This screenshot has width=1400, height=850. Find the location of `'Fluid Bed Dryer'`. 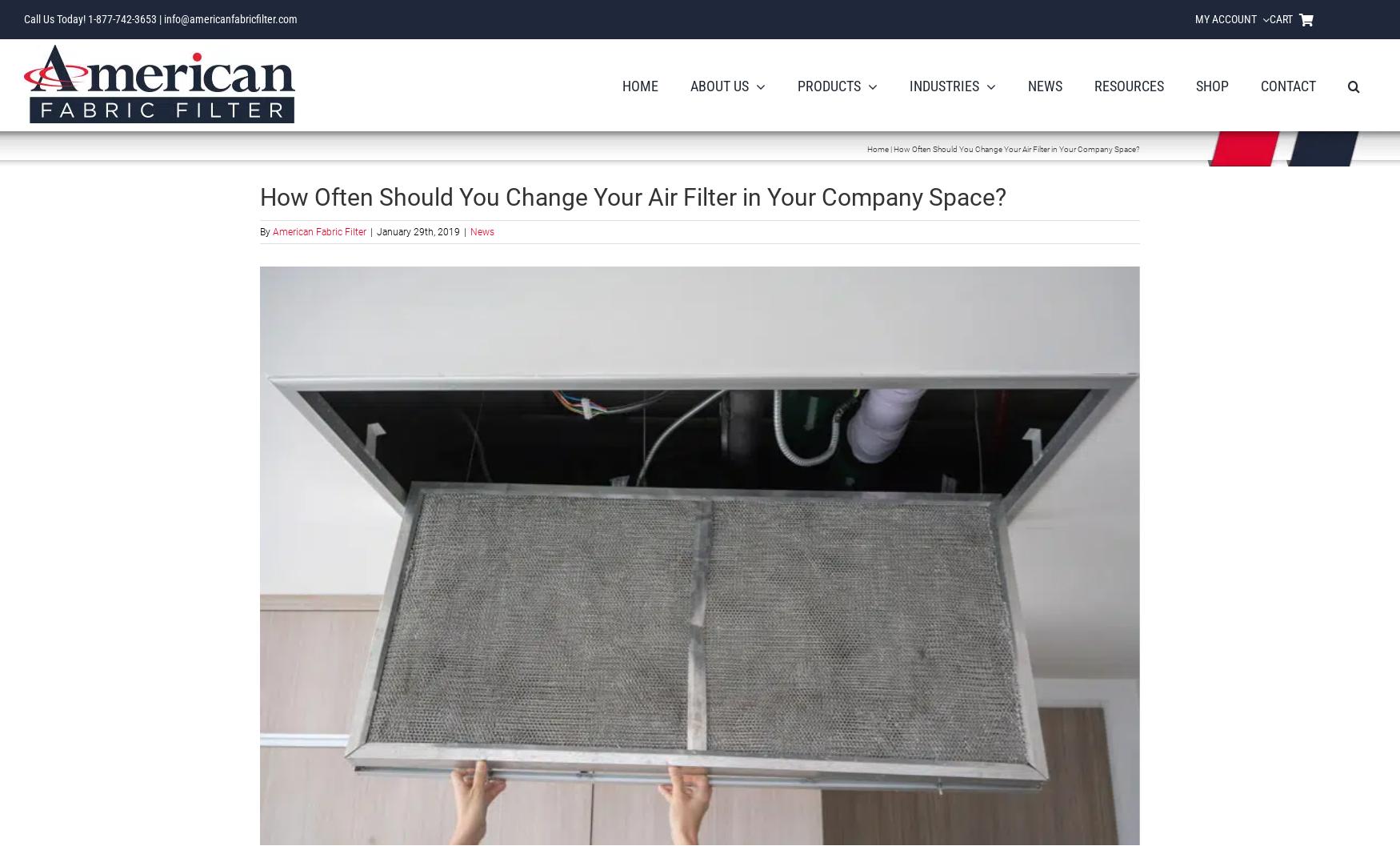

'Fluid Bed Dryer' is located at coordinates (170, 467).